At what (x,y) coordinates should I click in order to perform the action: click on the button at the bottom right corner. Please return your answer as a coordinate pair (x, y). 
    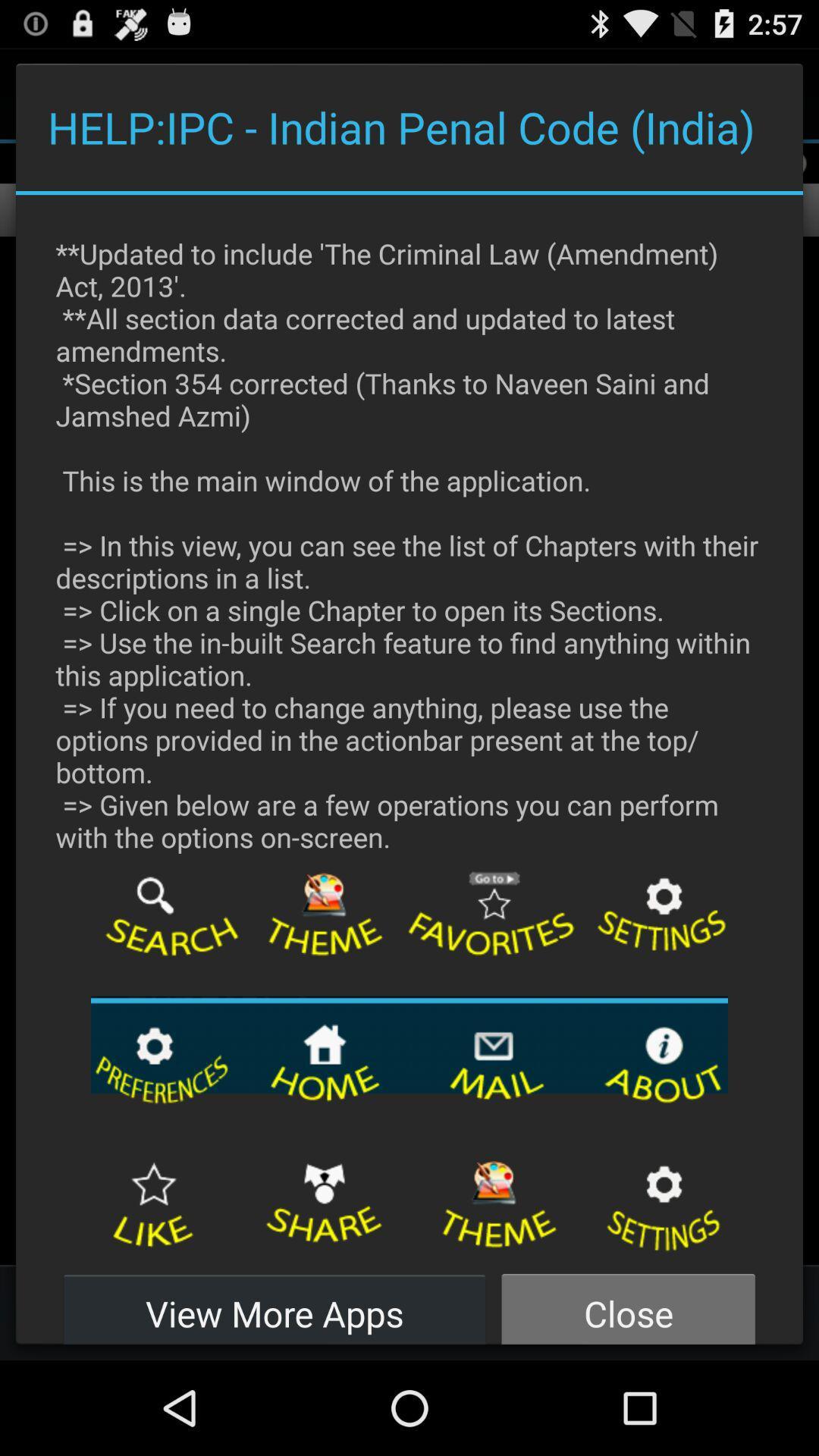
    Looking at the image, I should click on (628, 1304).